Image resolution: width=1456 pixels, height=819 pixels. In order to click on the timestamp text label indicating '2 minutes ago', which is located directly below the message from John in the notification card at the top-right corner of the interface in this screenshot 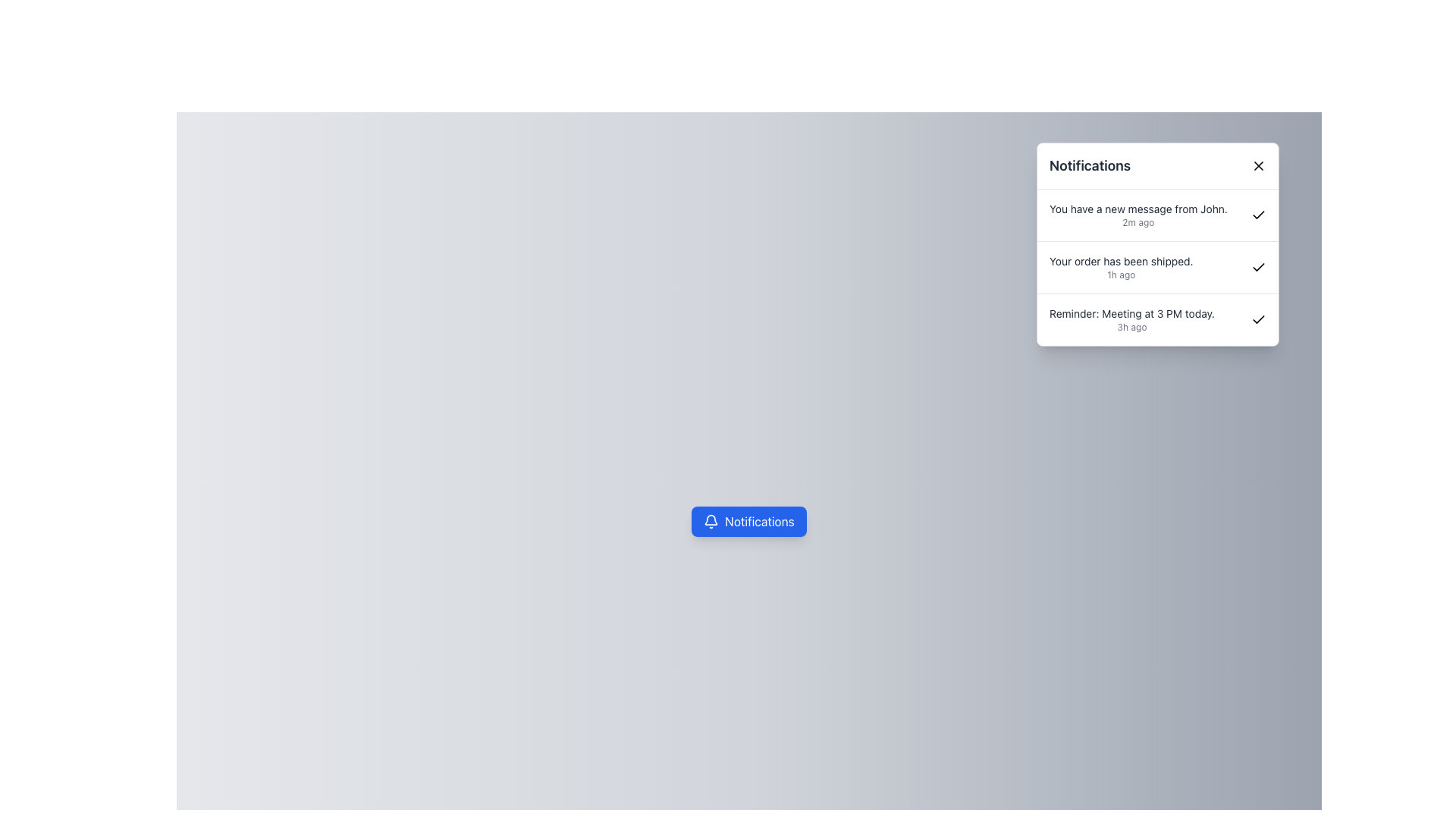, I will do `click(1138, 222)`.